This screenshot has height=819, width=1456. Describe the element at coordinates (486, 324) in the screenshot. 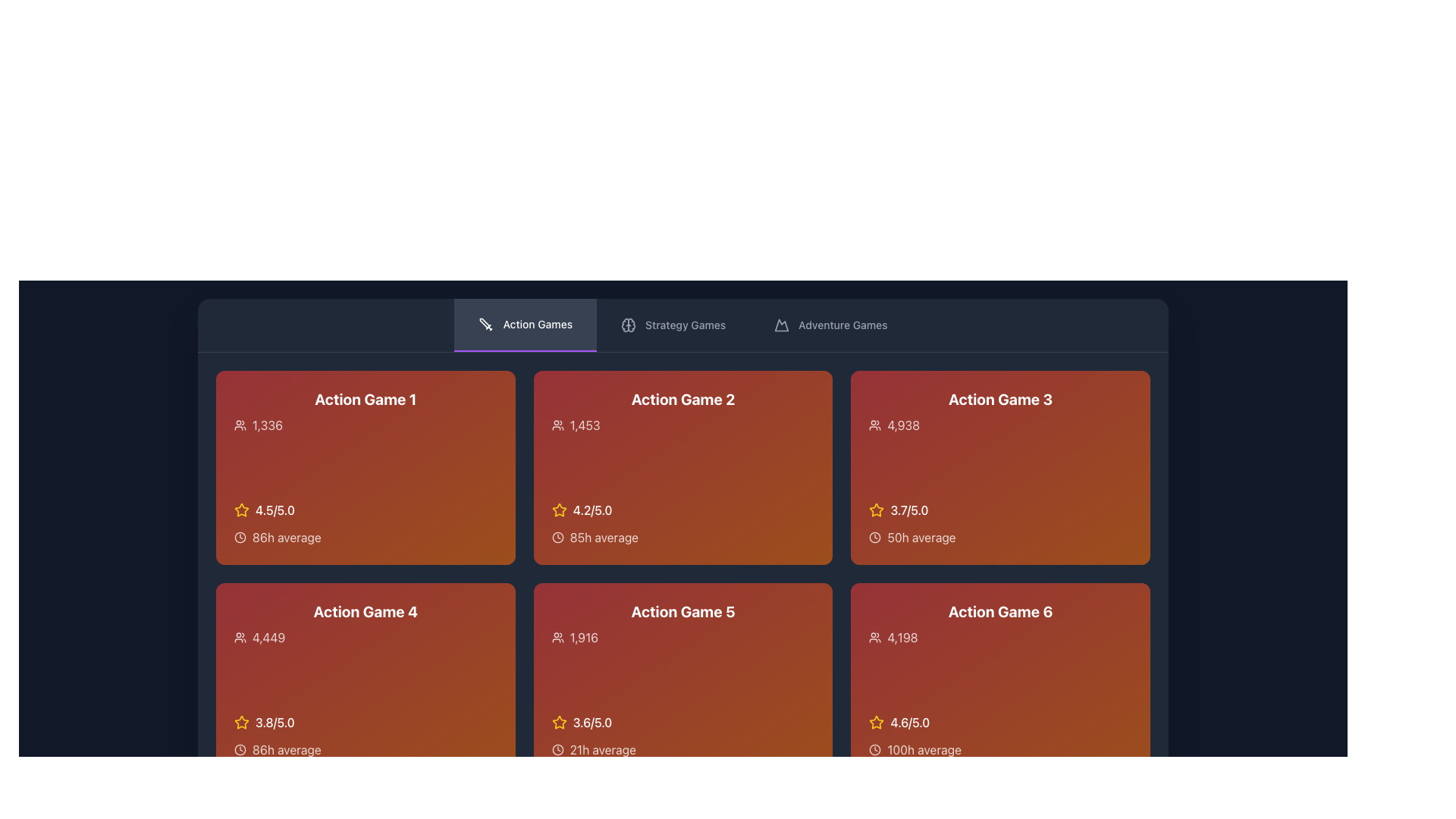

I see `the sword-shaped icon located to the left of the 'Action Games' text within the highlighted section header` at that location.